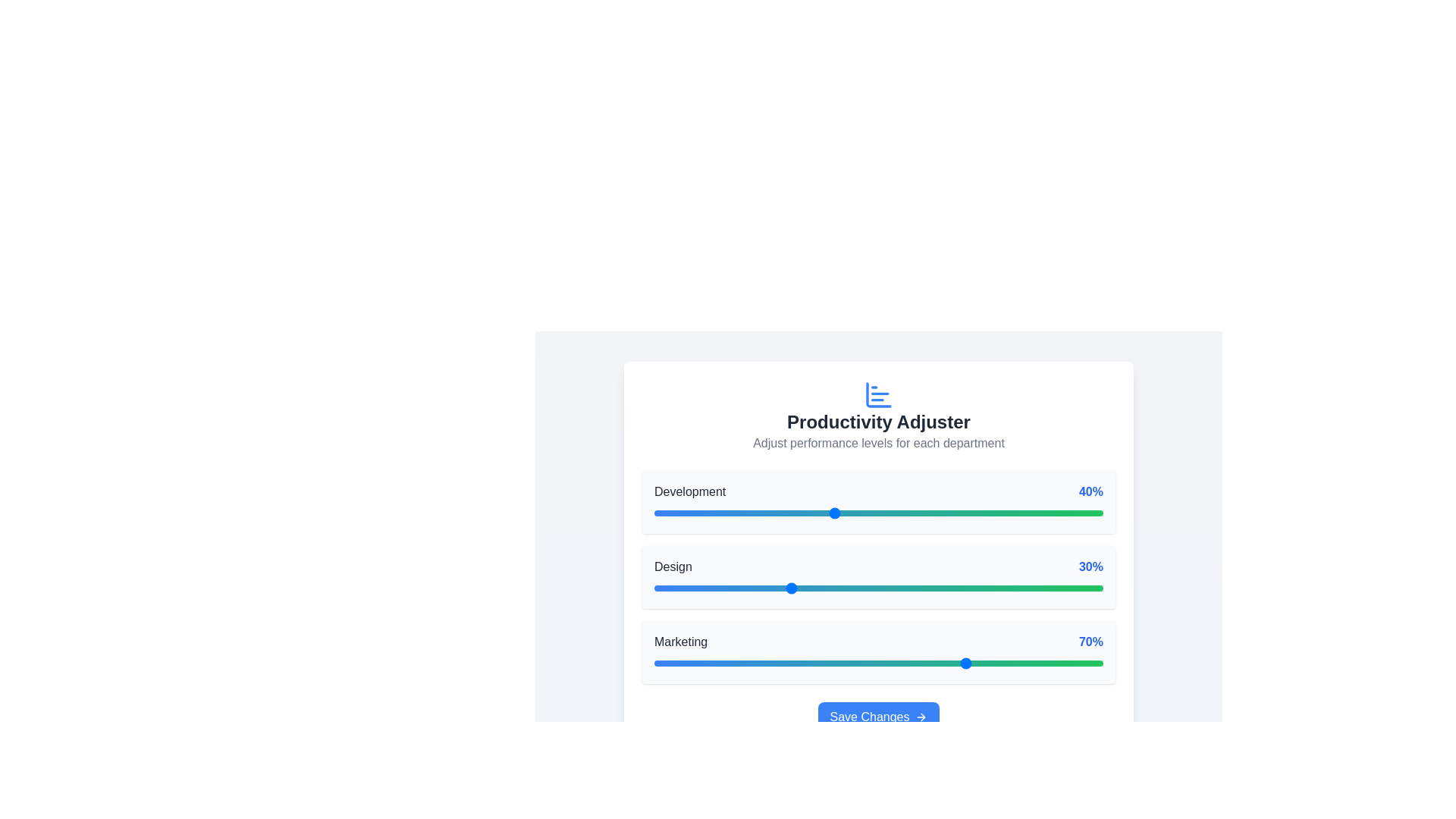  What do you see at coordinates (878, 422) in the screenshot?
I see `the title text element that summarizes the purpose of its associated section, positioned between a bar chart icon above and descriptive text below` at bounding box center [878, 422].